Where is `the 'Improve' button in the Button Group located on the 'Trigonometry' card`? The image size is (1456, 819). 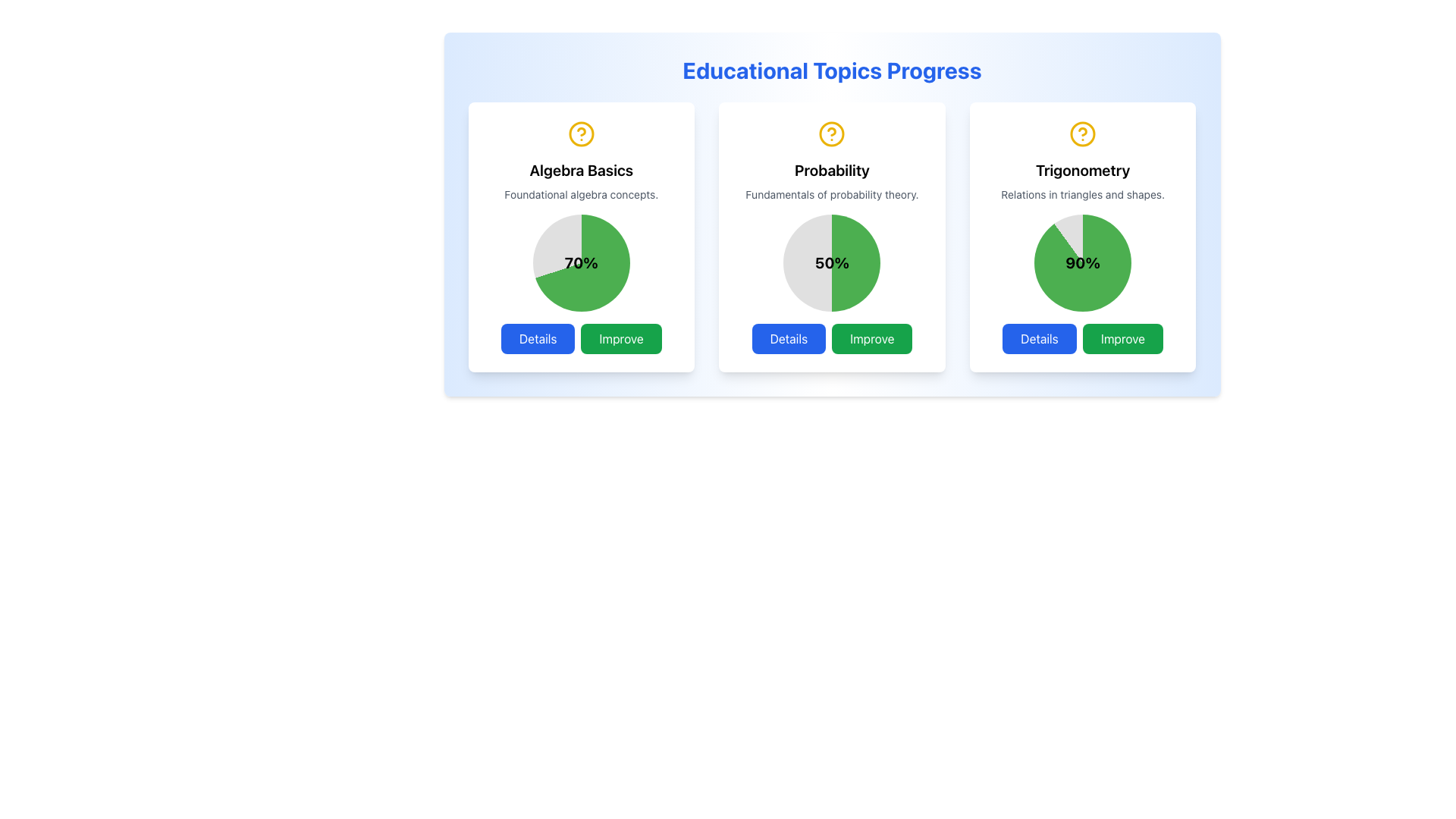 the 'Improve' button in the Button Group located on the 'Trigonometry' card is located at coordinates (1082, 338).